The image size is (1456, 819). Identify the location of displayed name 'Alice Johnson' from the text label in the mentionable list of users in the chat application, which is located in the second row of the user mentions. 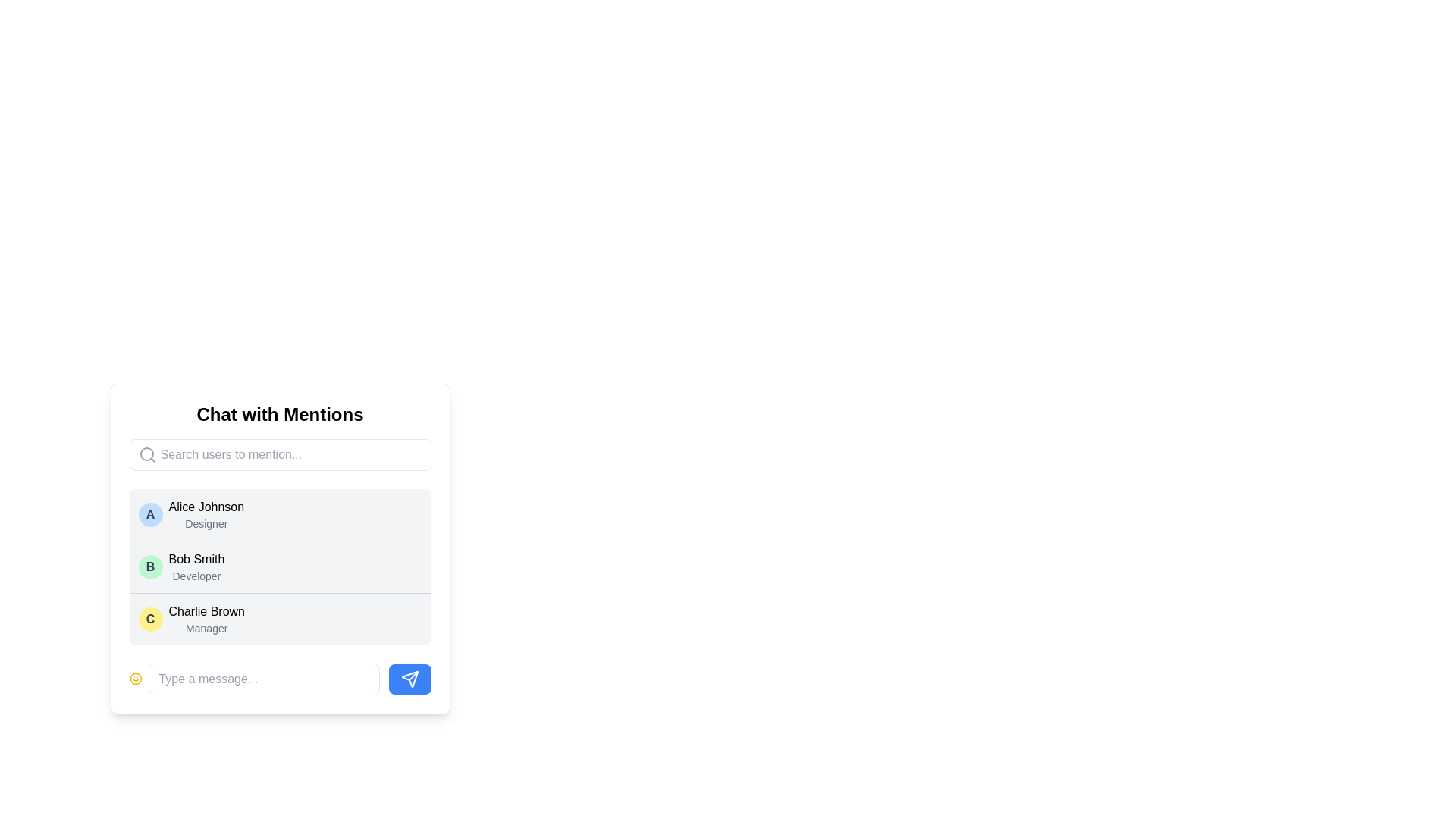
(206, 507).